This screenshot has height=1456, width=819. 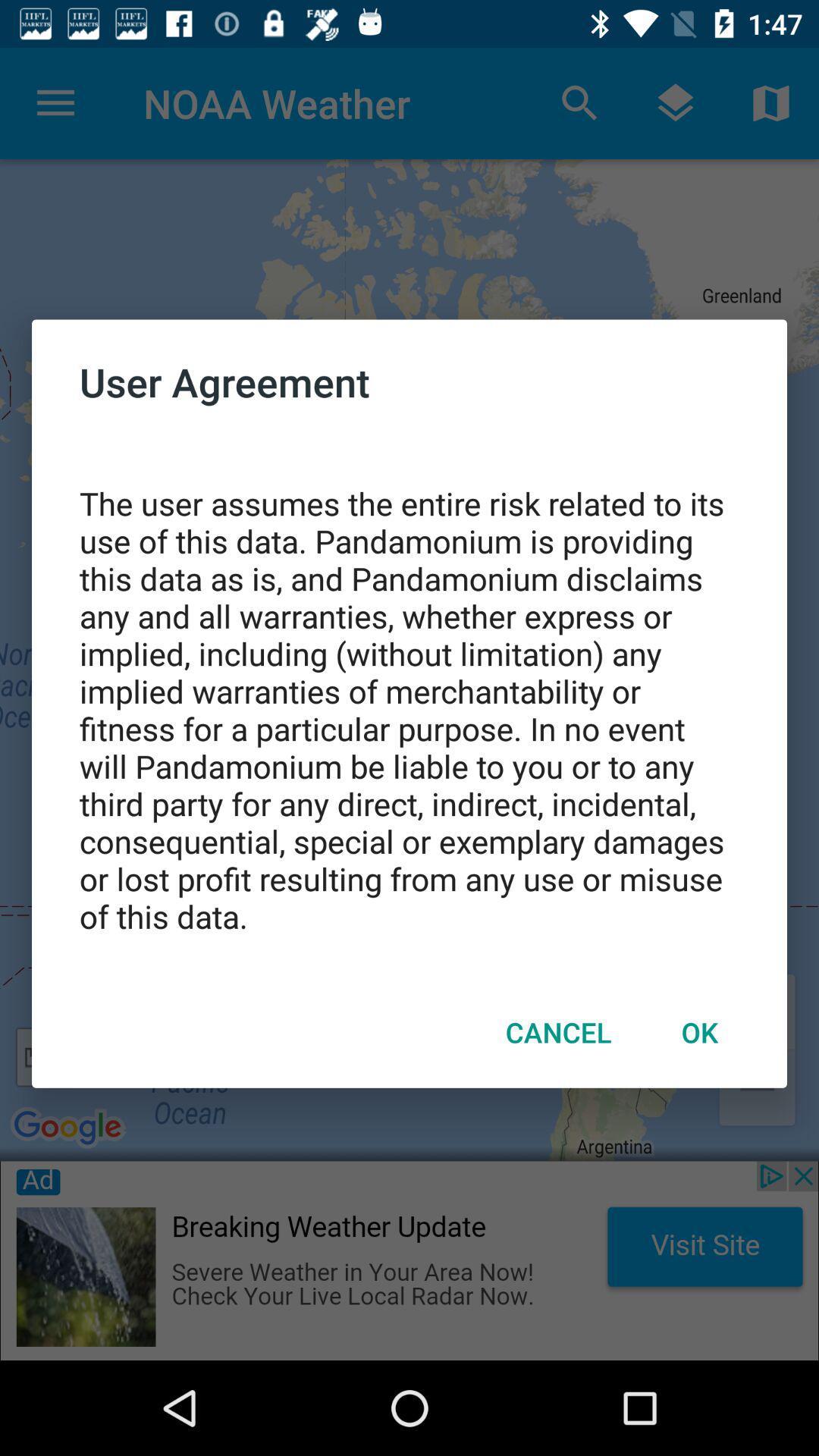 What do you see at coordinates (558, 1031) in the screenshot?
I see `the cancel item` at bounding box center [558, 1031].